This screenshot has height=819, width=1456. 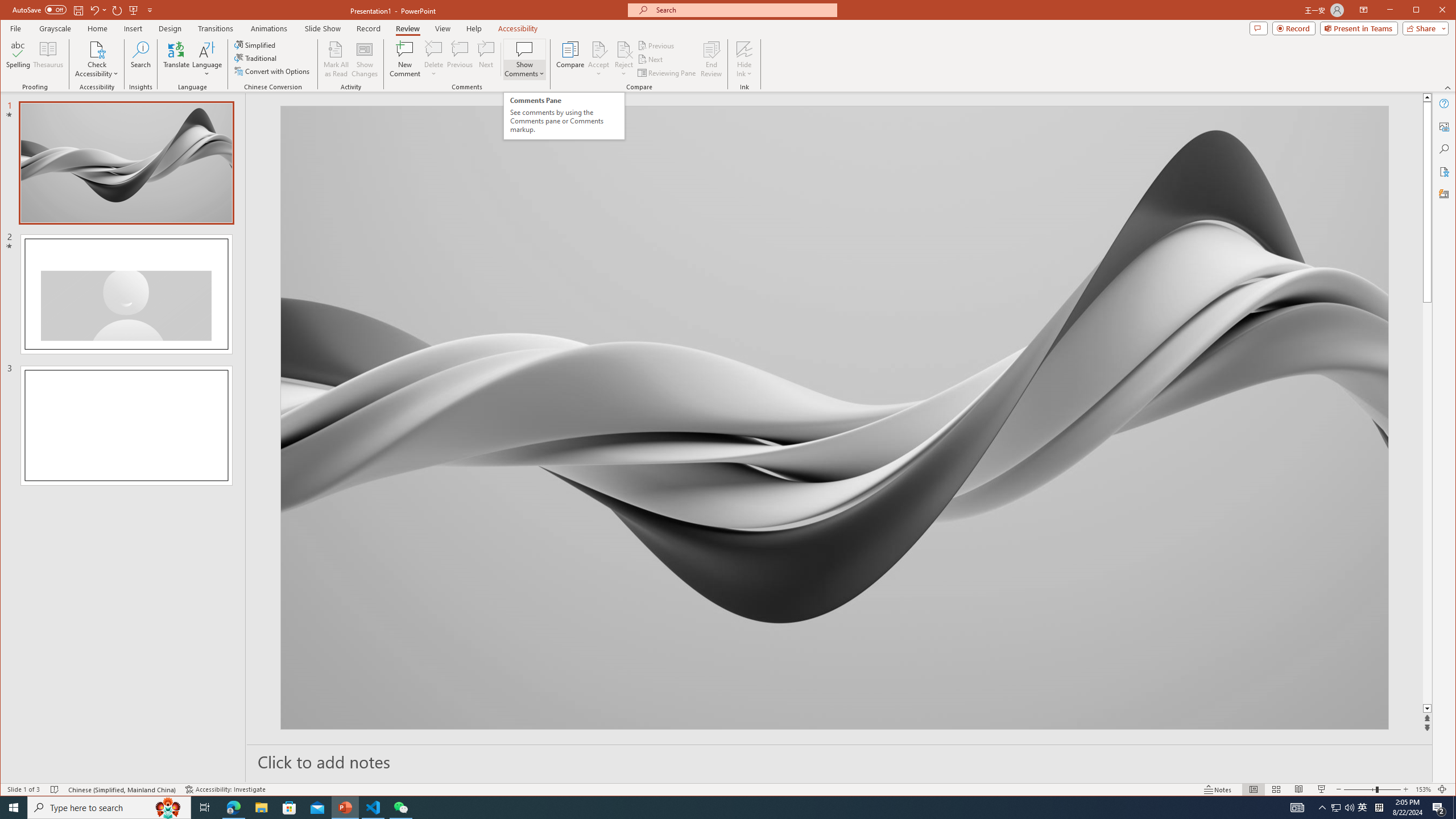 I want to click on 'Reject', so click(x=623, y=59).